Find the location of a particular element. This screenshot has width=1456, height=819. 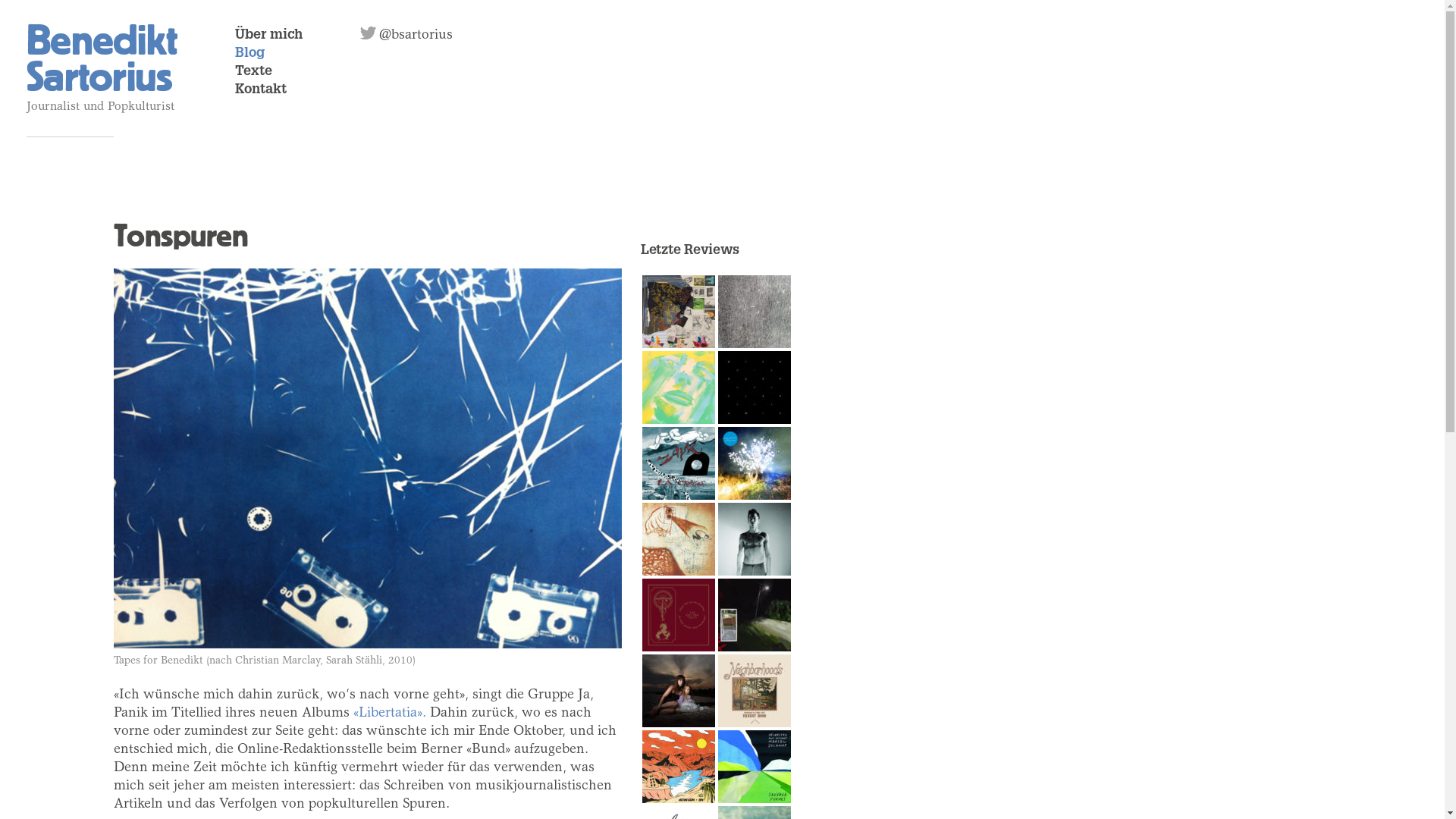

'@bsartorius' is located at coordinates (369, 33).